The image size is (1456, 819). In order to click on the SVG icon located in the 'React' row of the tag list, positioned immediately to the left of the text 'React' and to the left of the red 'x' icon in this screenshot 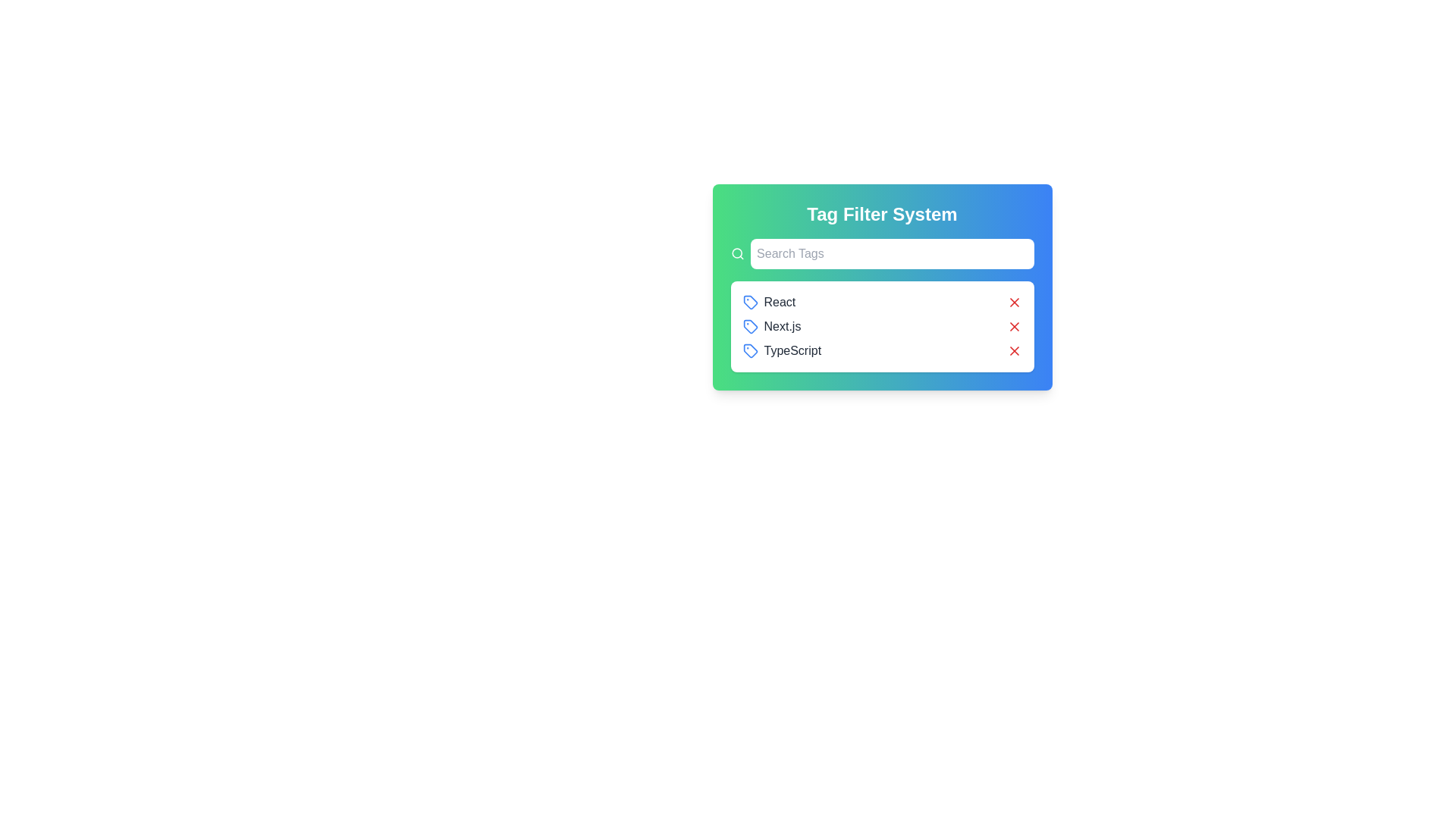, I will do `click(750, 302)`.